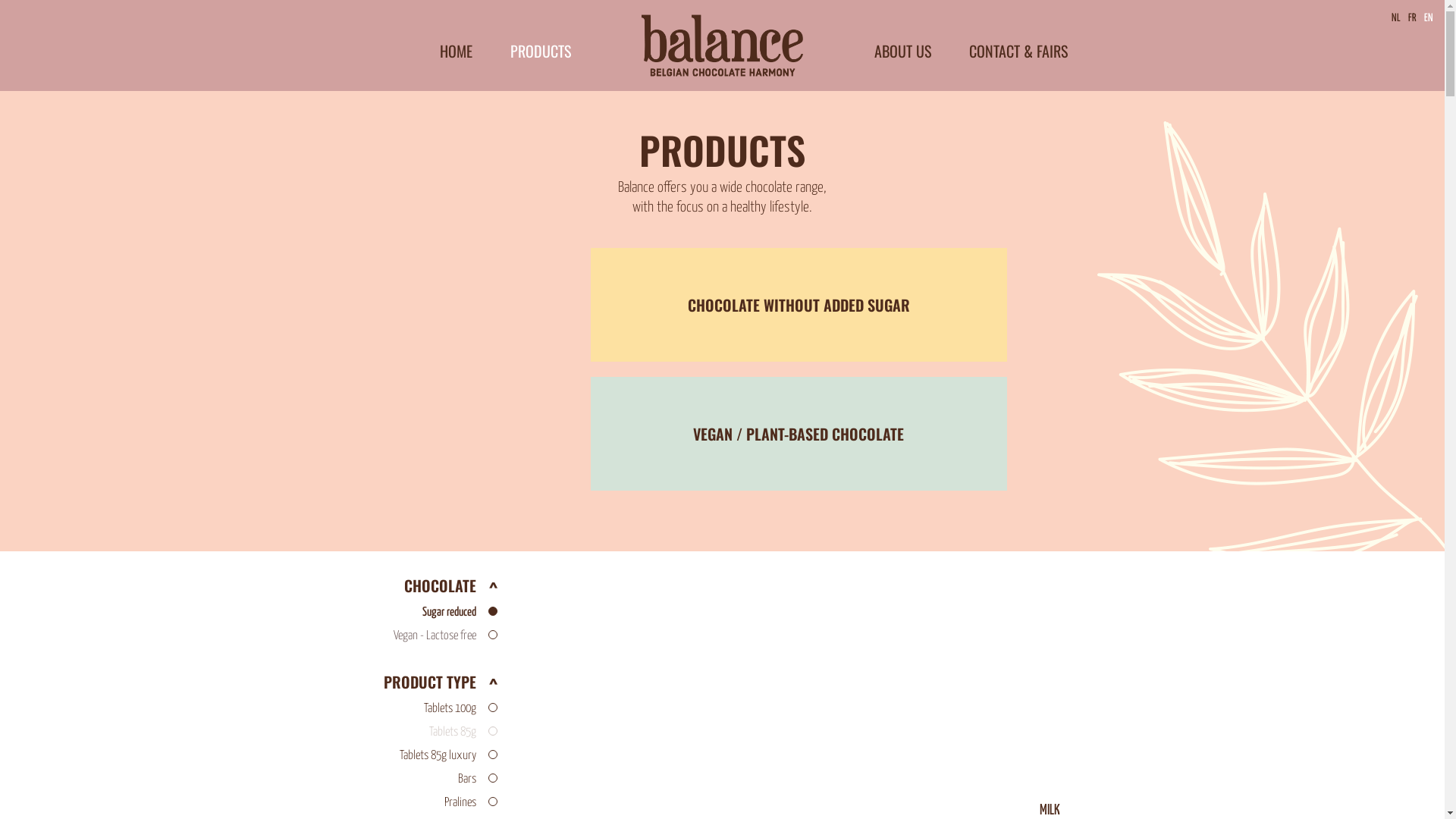  I want to click on 'FR', so click(1411, 17).